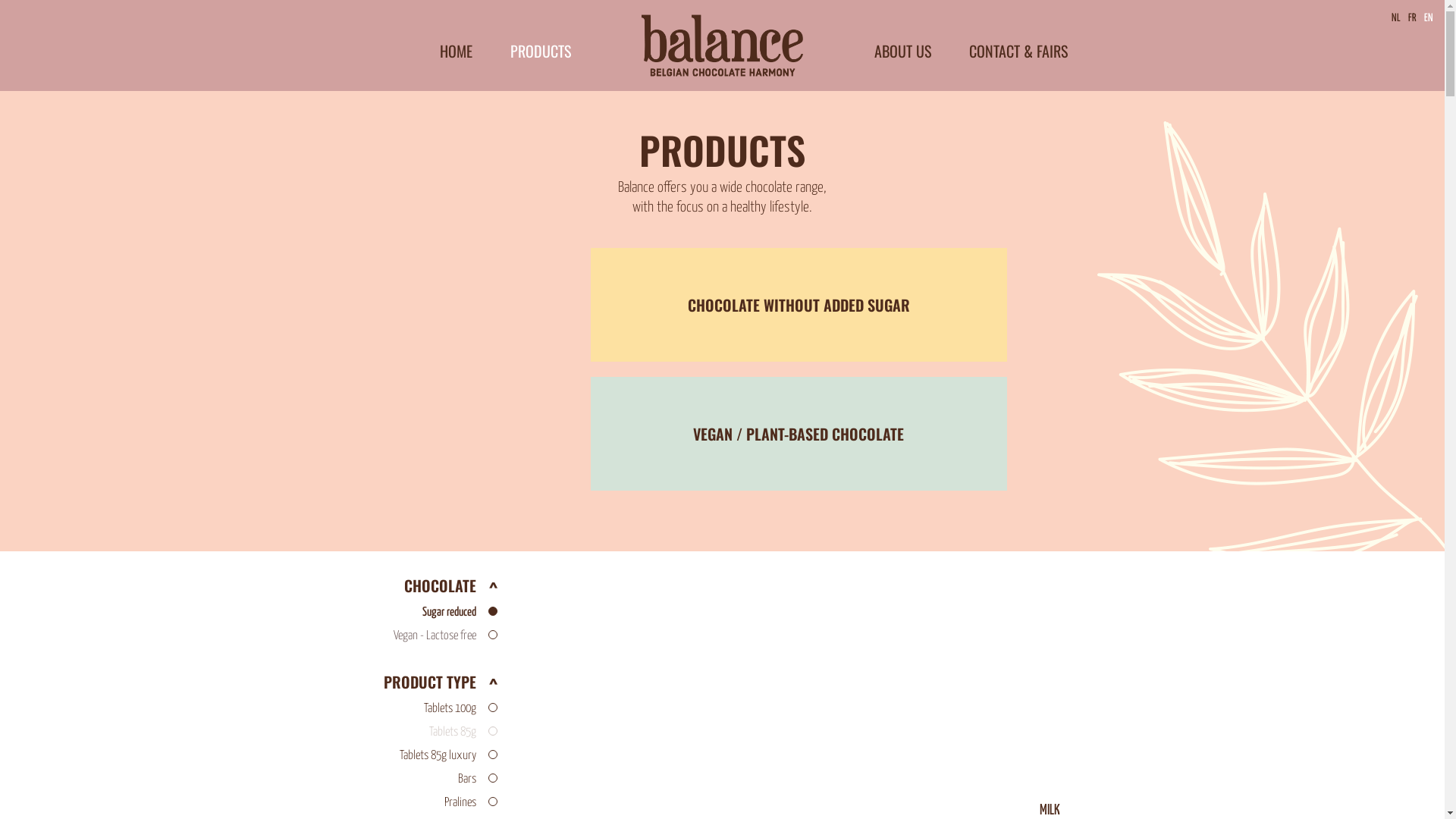  I want to click on 'FR', so click(1411, 17).